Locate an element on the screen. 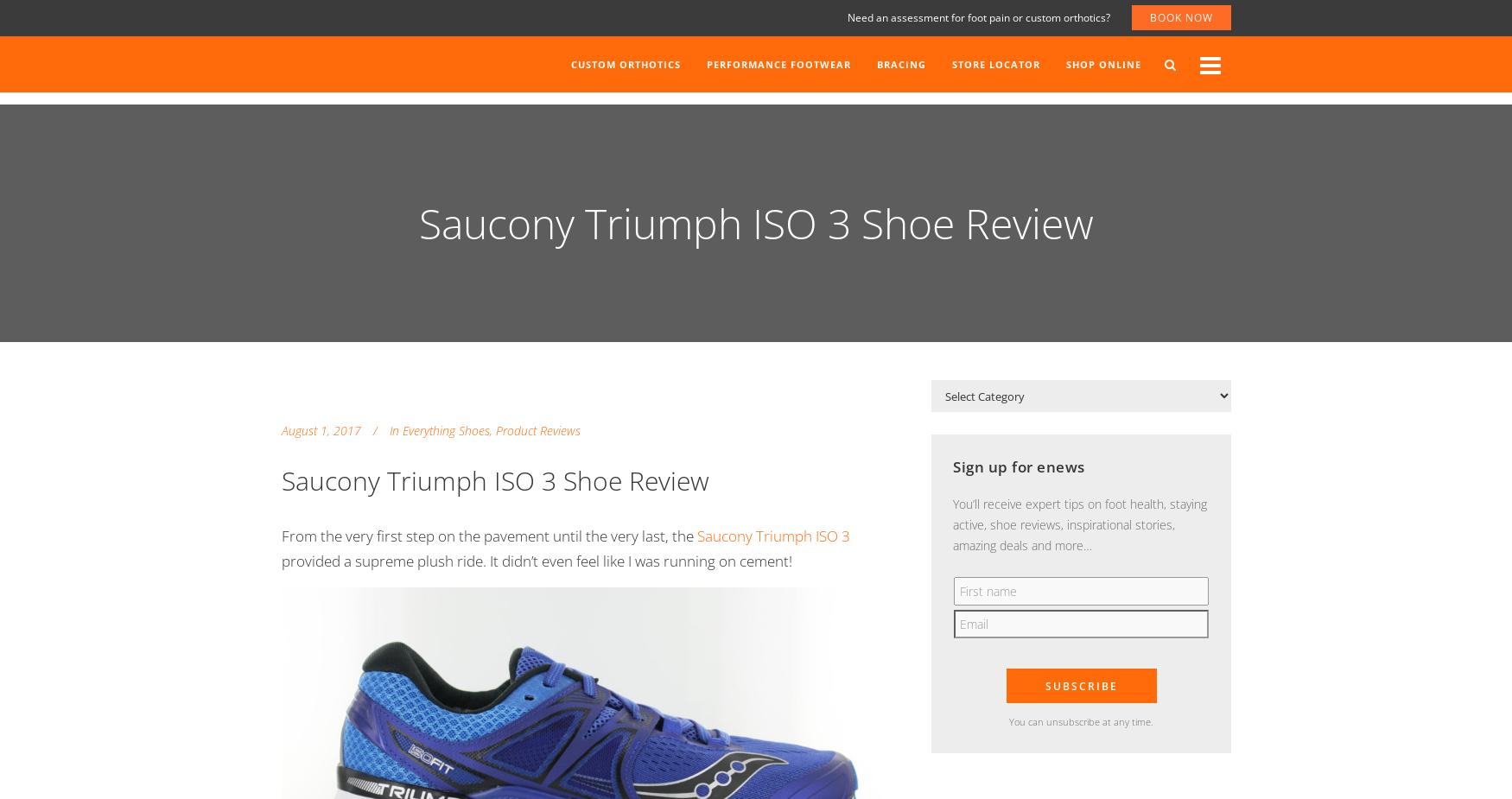 The image size is (1512, 799). 'You’ll receive expert tips on foot health, staying active, shoe reviews, inspirational stories, amazing deals and more…' is located at coordinates (1080, 523).